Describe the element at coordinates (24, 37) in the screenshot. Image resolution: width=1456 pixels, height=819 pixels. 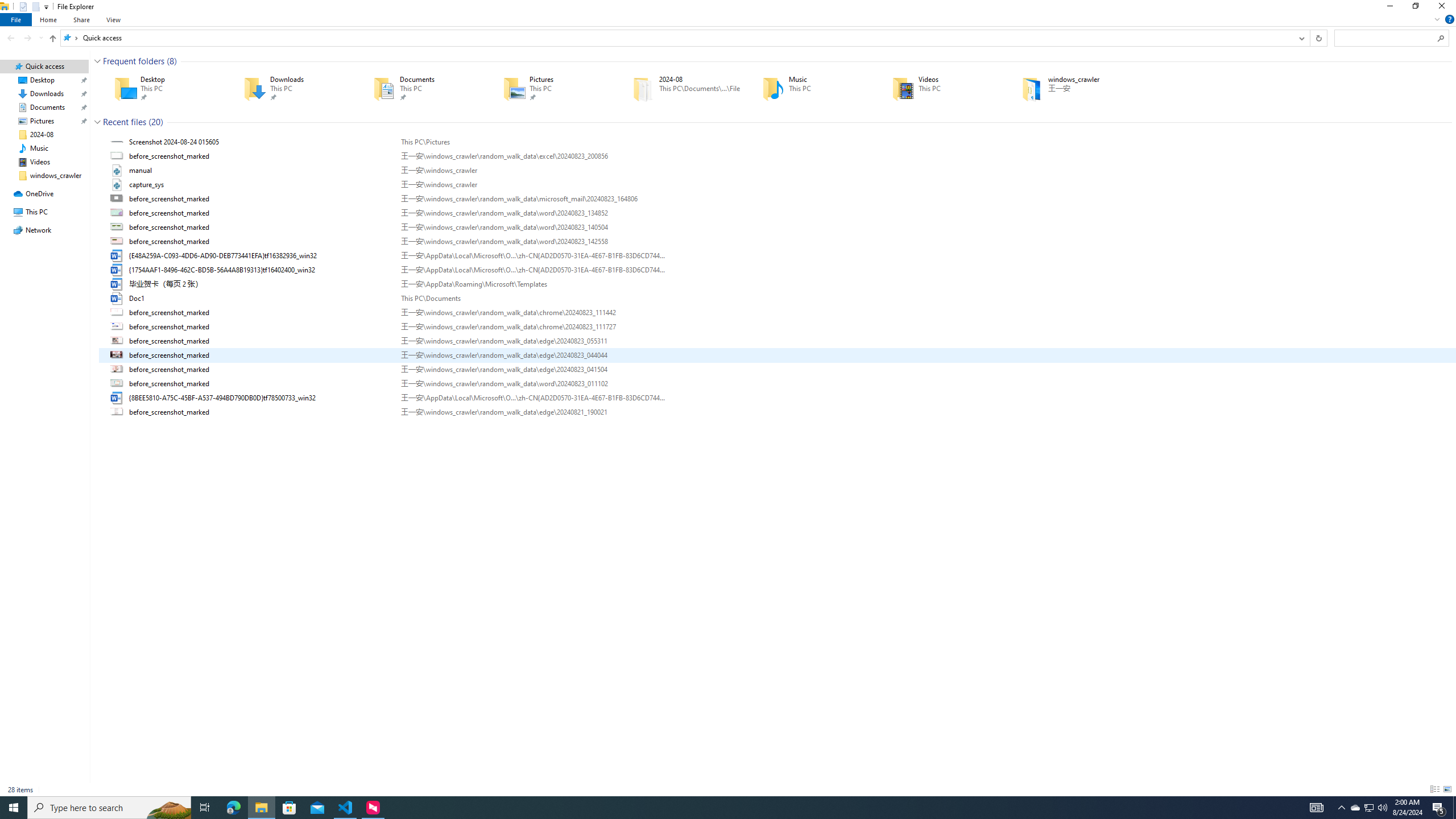
I see `'Navigation buttons'` at that location.